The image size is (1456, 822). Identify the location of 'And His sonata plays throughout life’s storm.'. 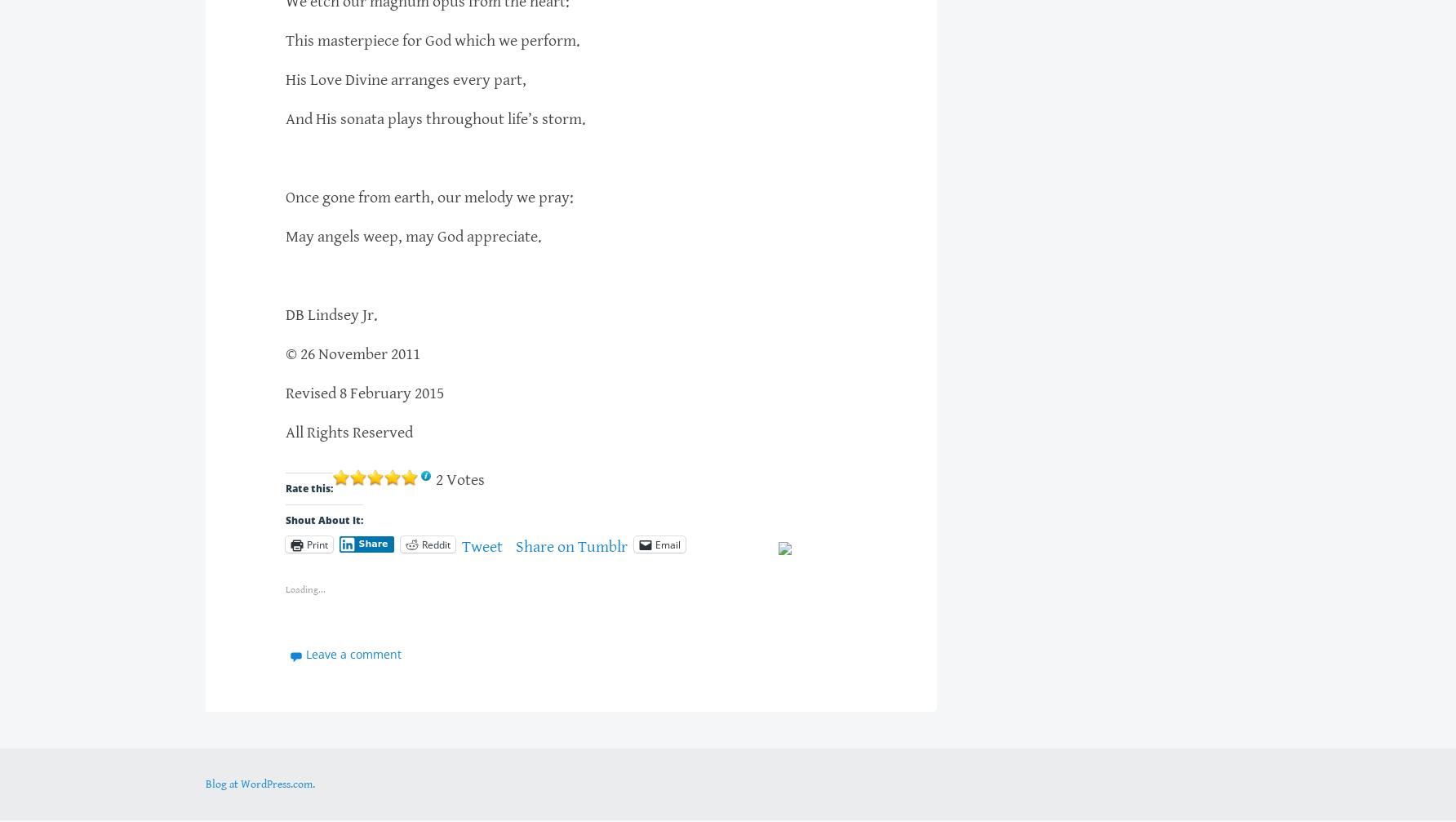
(435, 118).